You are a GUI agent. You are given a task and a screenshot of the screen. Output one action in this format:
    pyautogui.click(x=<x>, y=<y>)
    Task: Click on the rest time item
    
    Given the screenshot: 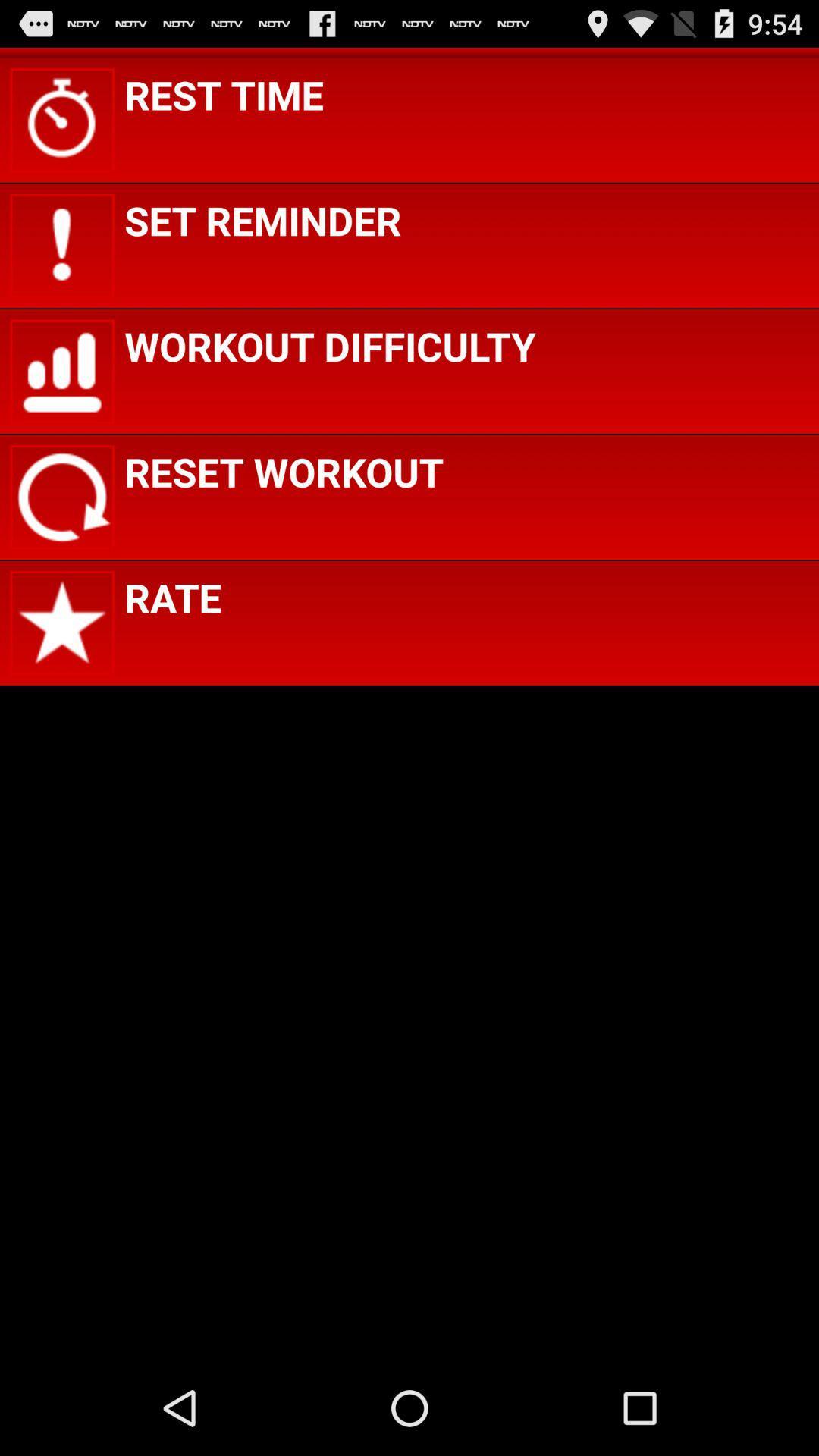 What is the action you would take?
    pyautogui.click(x=224, y=93)
    